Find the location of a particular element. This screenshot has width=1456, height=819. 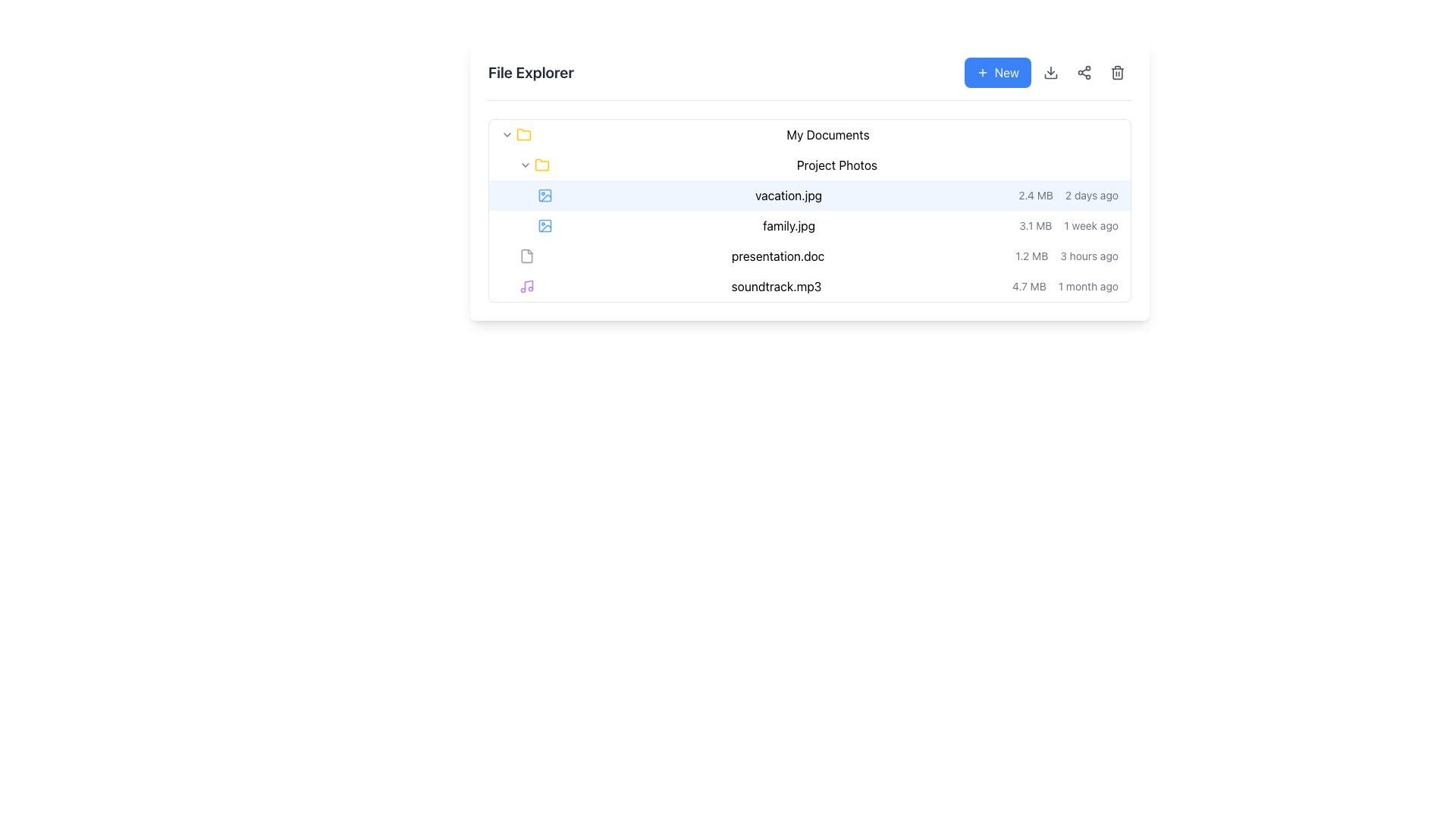

the fifth row in the file explorer interface that displays the file name 'soundtrack.mp3' with a purple music note icon on the left is located at coordinates (809, 287).